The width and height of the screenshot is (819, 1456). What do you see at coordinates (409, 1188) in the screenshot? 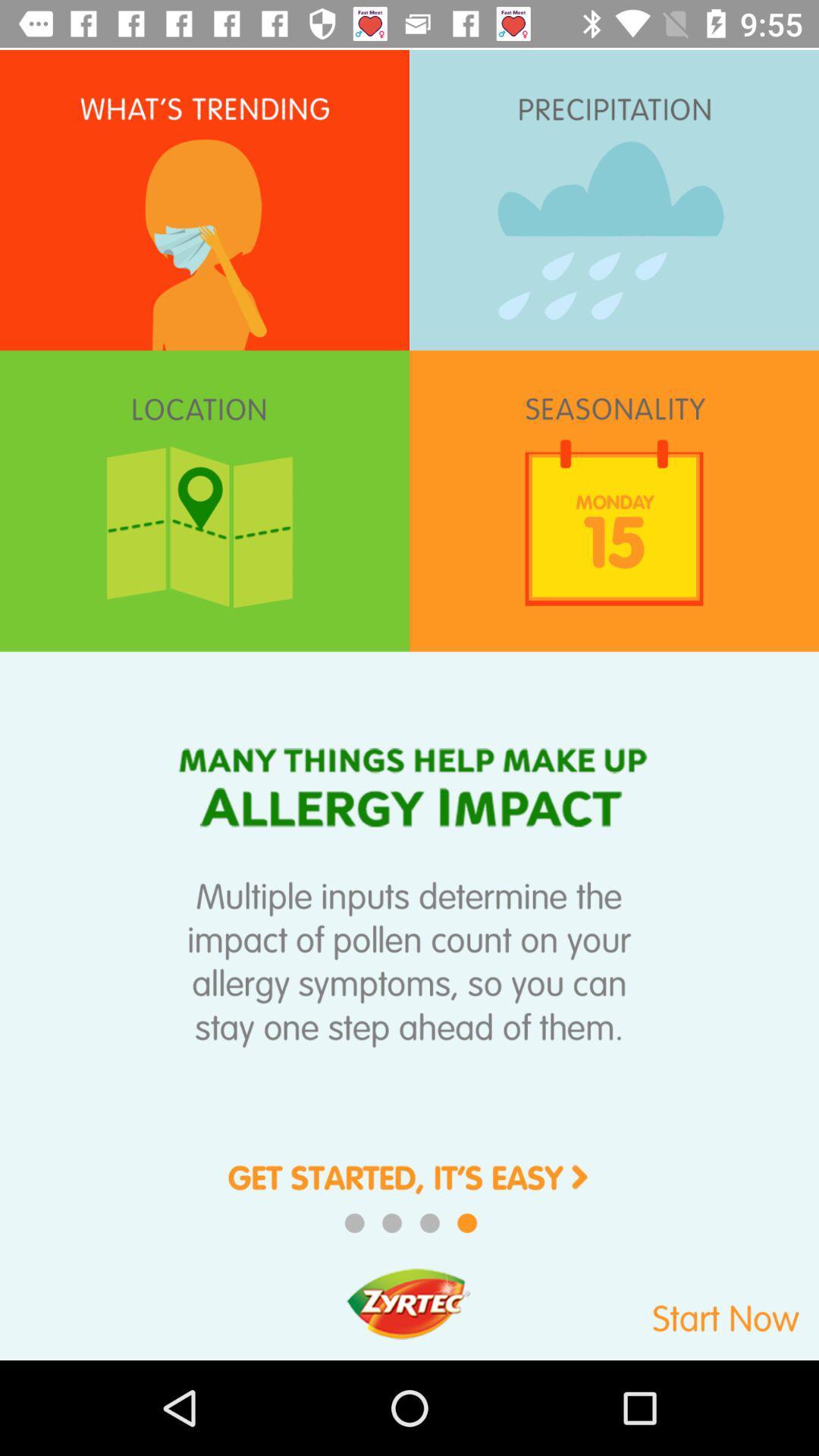
I see `next page` at bounding box center [409, 1188].